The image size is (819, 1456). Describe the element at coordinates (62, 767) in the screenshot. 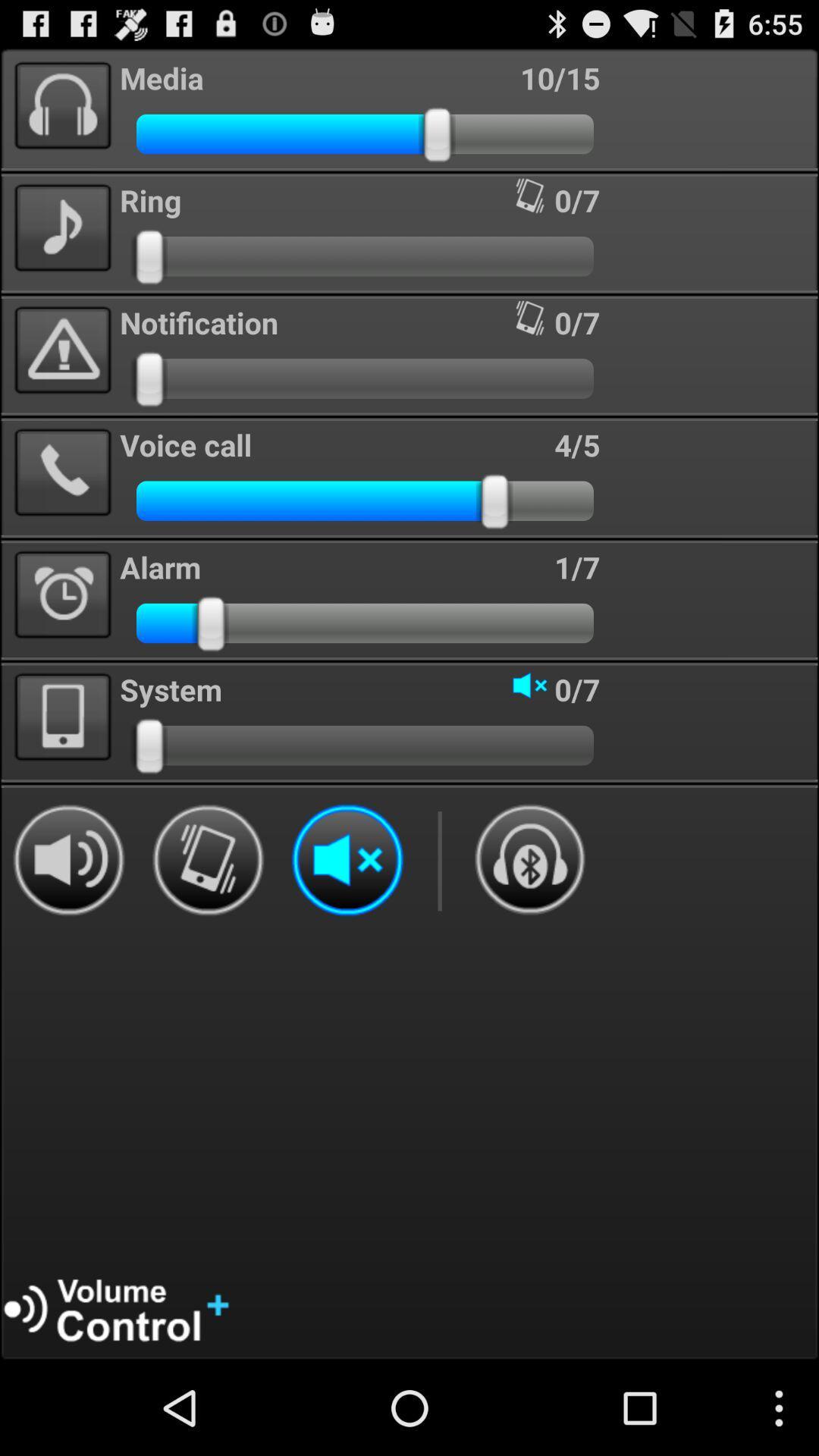

I see `the book icon` at that location.